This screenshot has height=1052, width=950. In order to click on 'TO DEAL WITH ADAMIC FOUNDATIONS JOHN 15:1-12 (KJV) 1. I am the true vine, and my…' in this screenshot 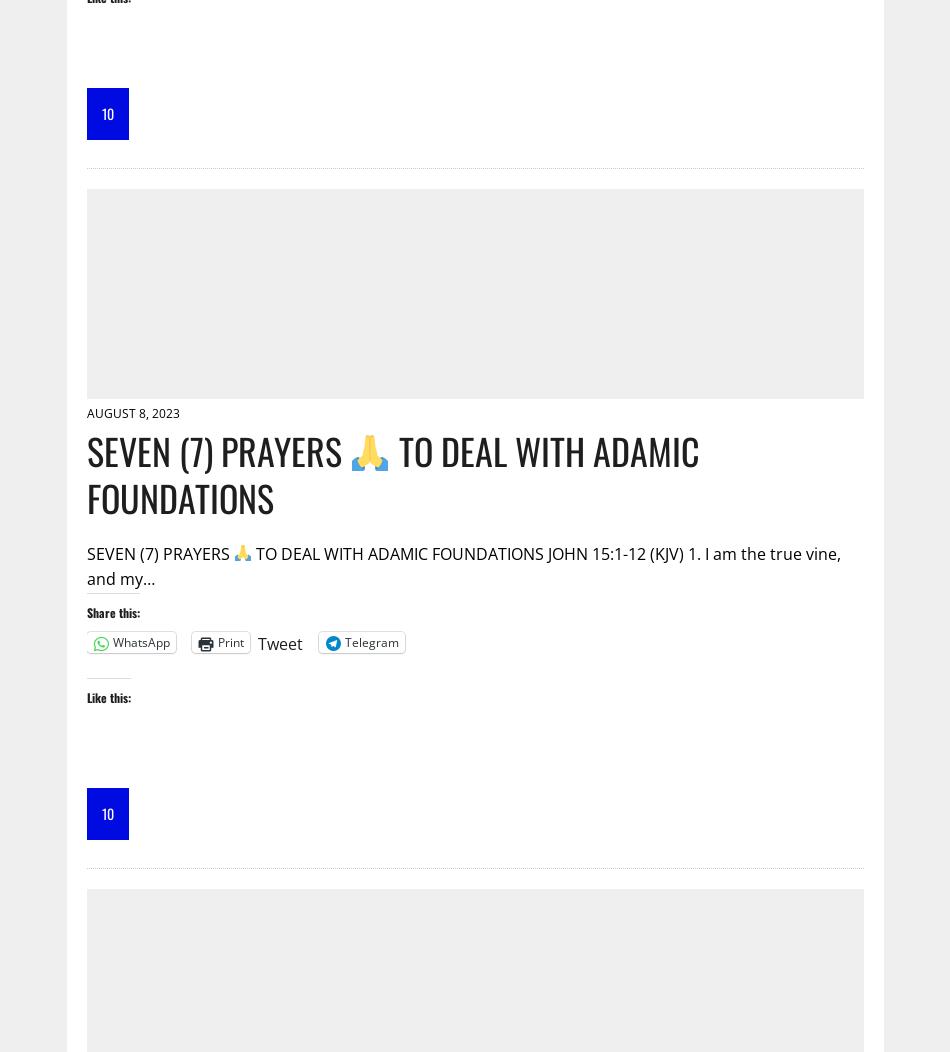, I will do `click(462, 565)`.